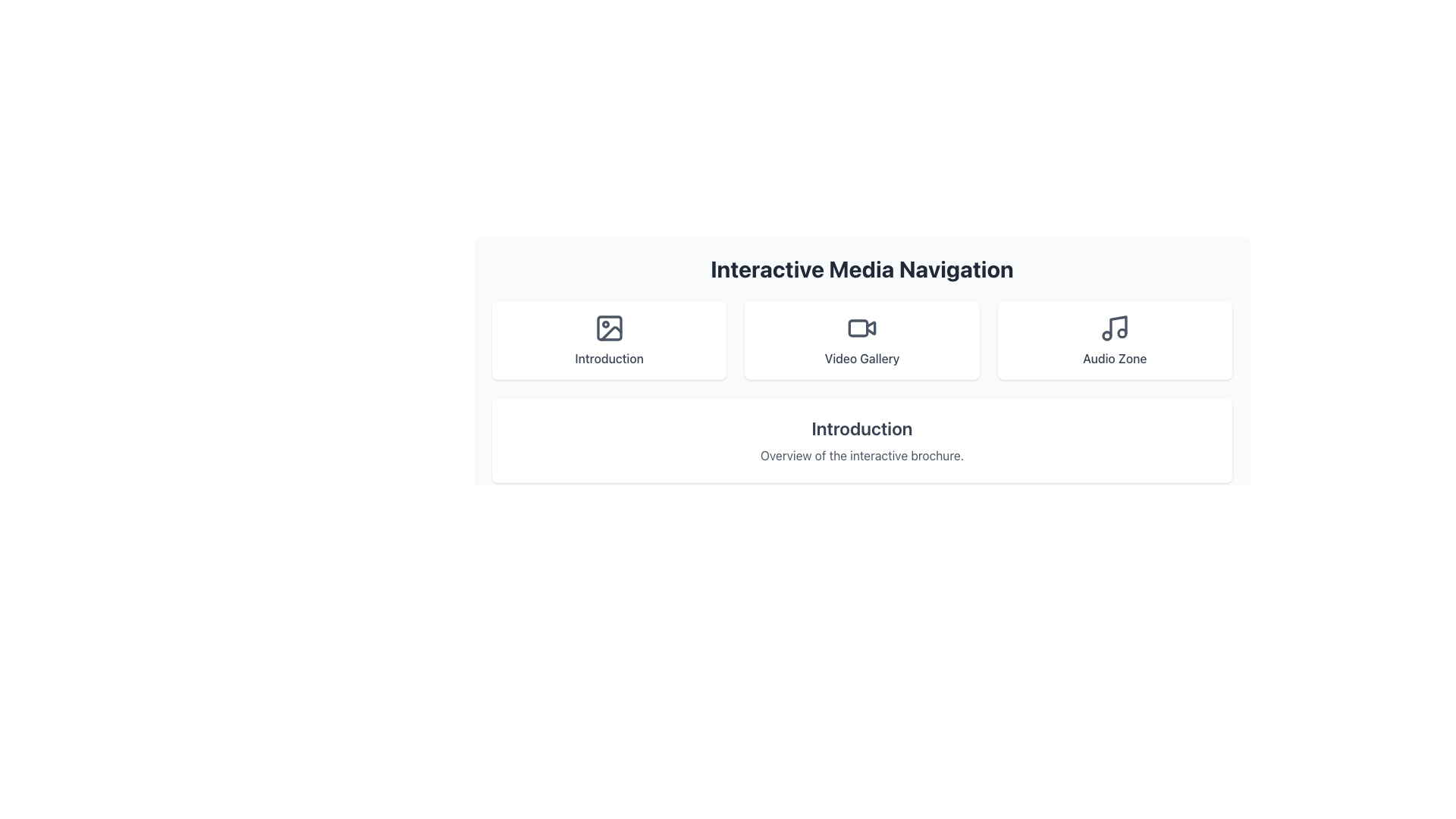 The width and height of the screenshot is (1456, 819). What do you see at coordinates (1115, 327) in the screenshot?
I see `the 'Audio Zone' icon, which is located at the top center of the 'Audio Zone' card, positioned above the text 'Audio Zone'` at bounding box center [1115, 327].